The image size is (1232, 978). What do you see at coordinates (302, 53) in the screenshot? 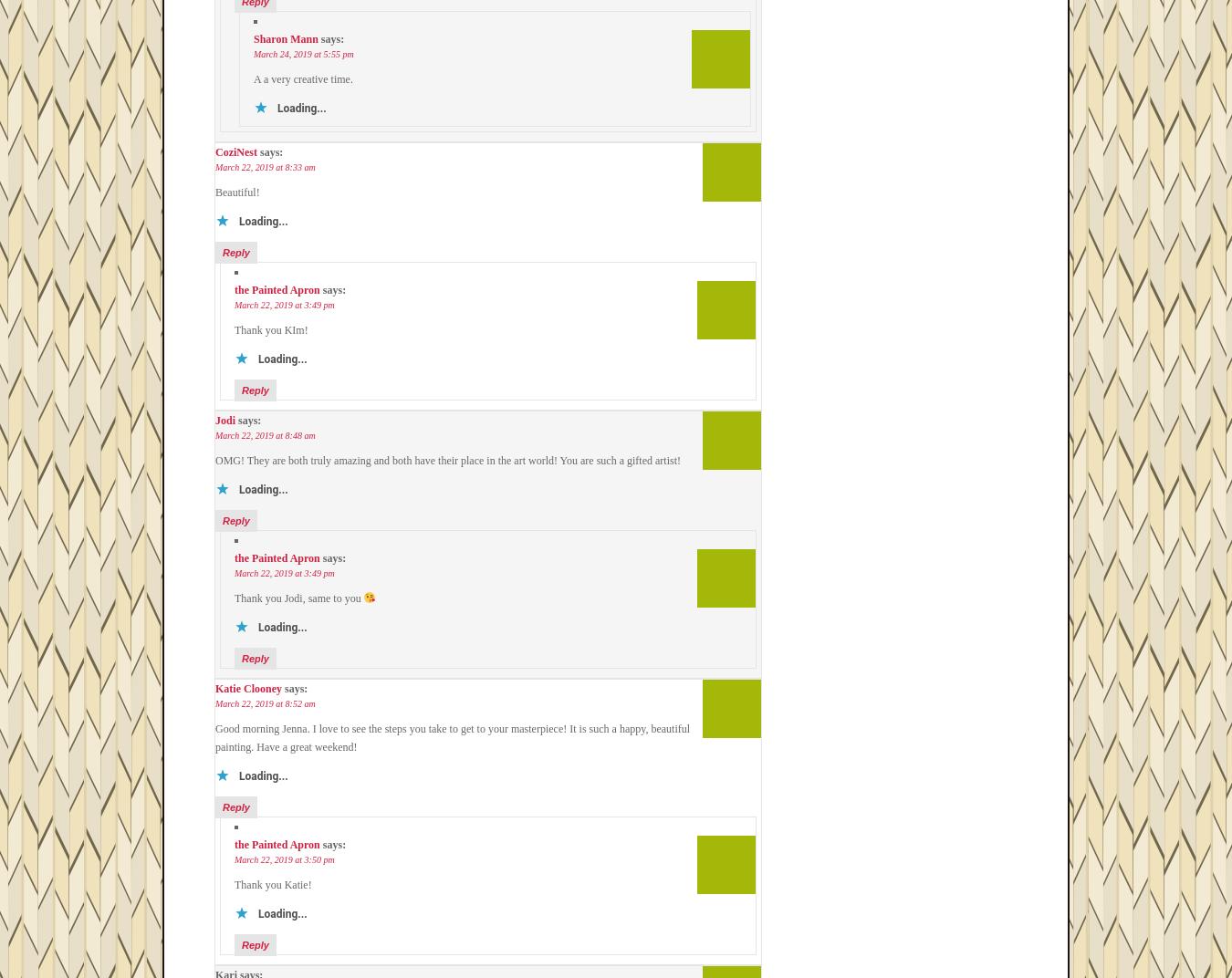
I see `'March 24, 2019 at 5:55 pm'` at bounding box center [302, 53].